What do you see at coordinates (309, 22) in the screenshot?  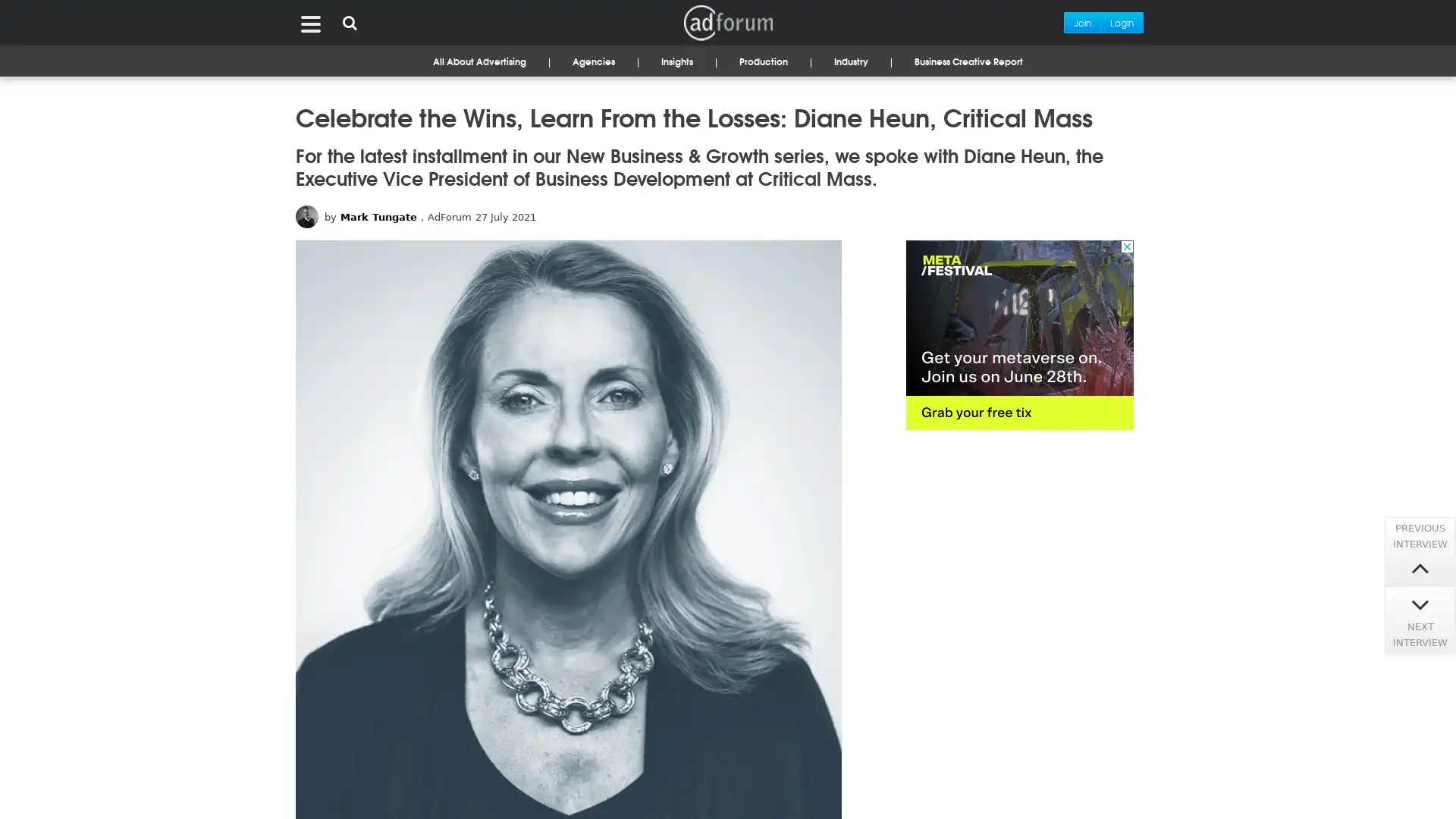 I see `Menu` at bounding box center [309, 22].